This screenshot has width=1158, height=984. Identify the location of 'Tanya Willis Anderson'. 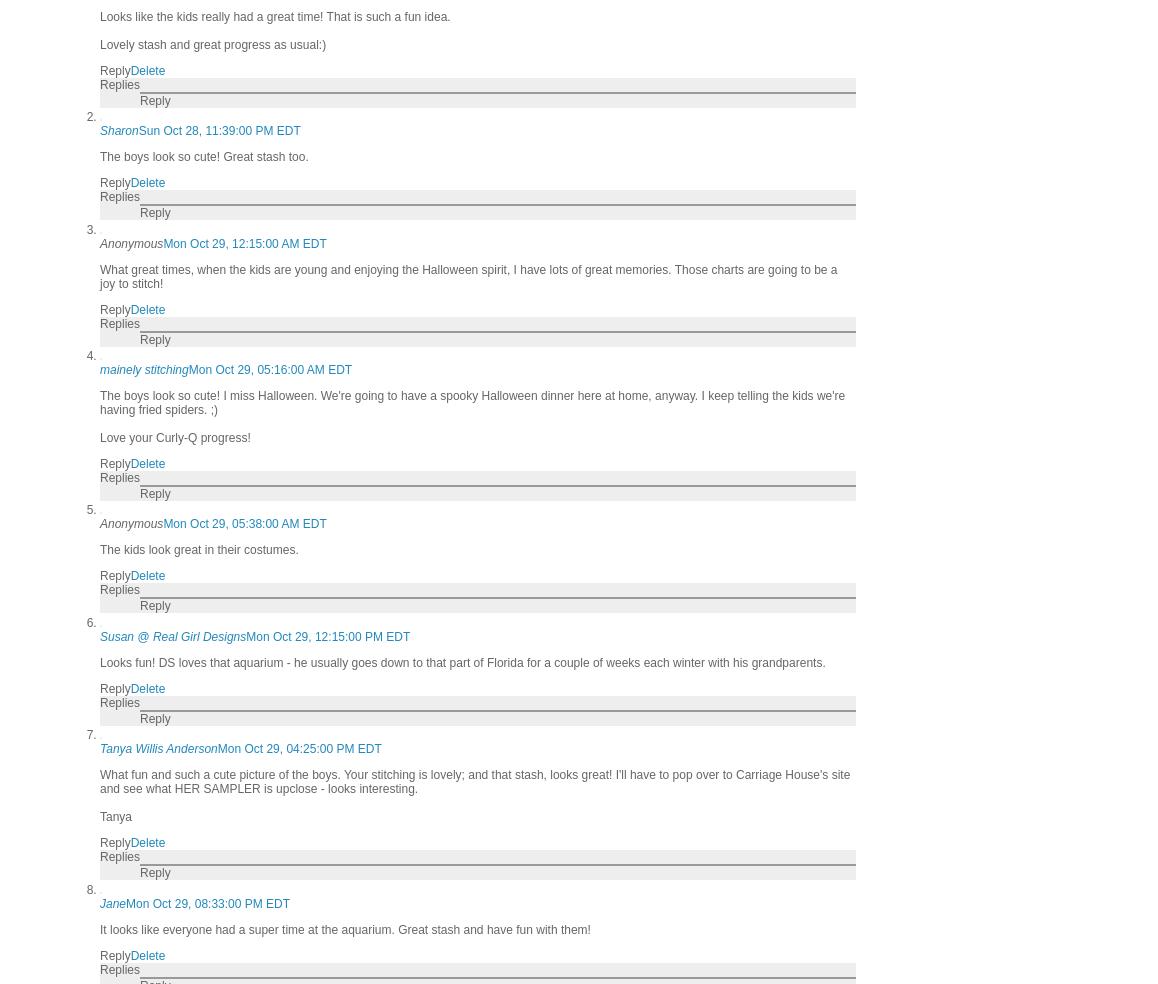
(157, 748).